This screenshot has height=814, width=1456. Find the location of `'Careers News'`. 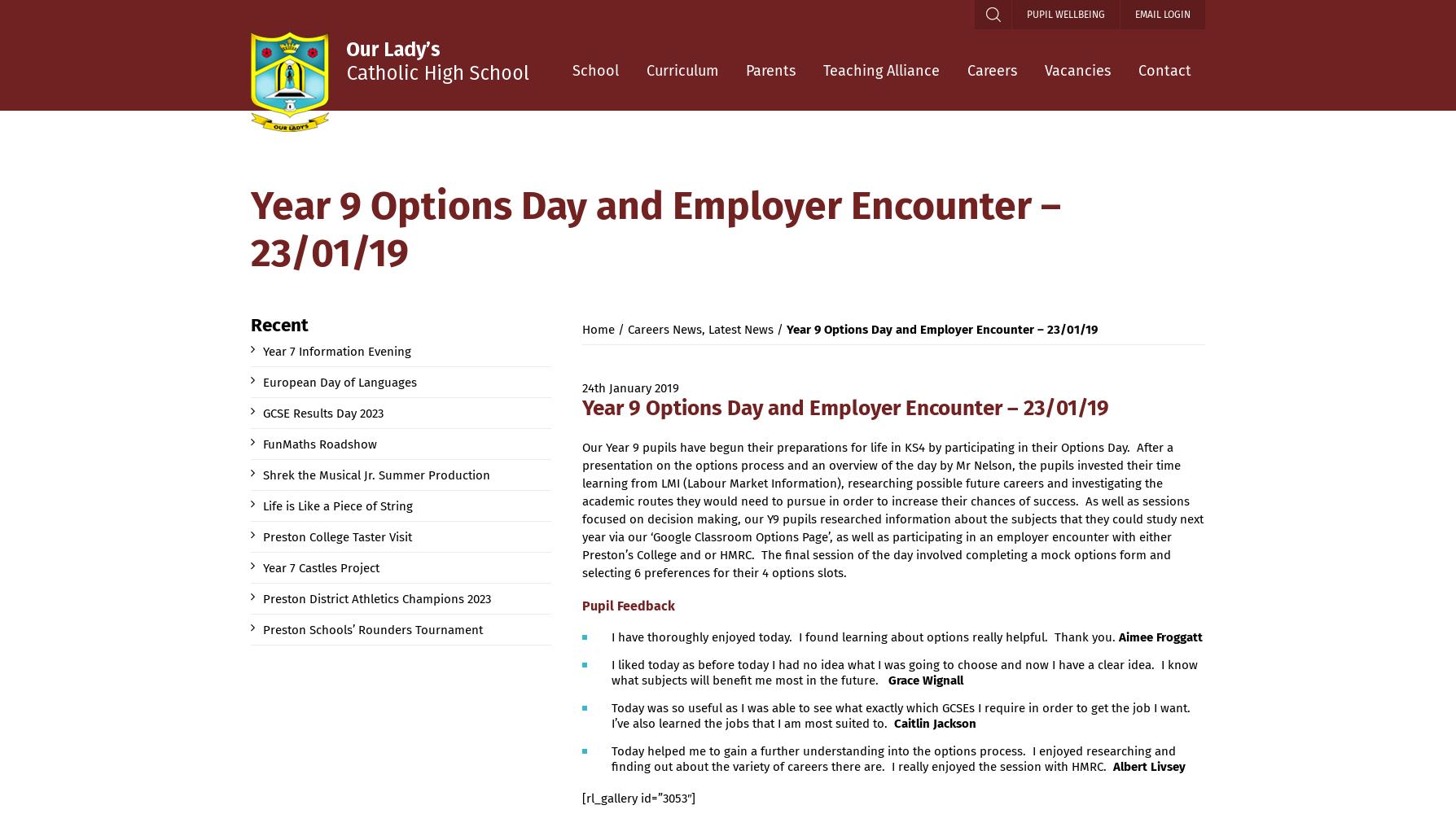

'Careers News' is located at coordinates (664, 330).